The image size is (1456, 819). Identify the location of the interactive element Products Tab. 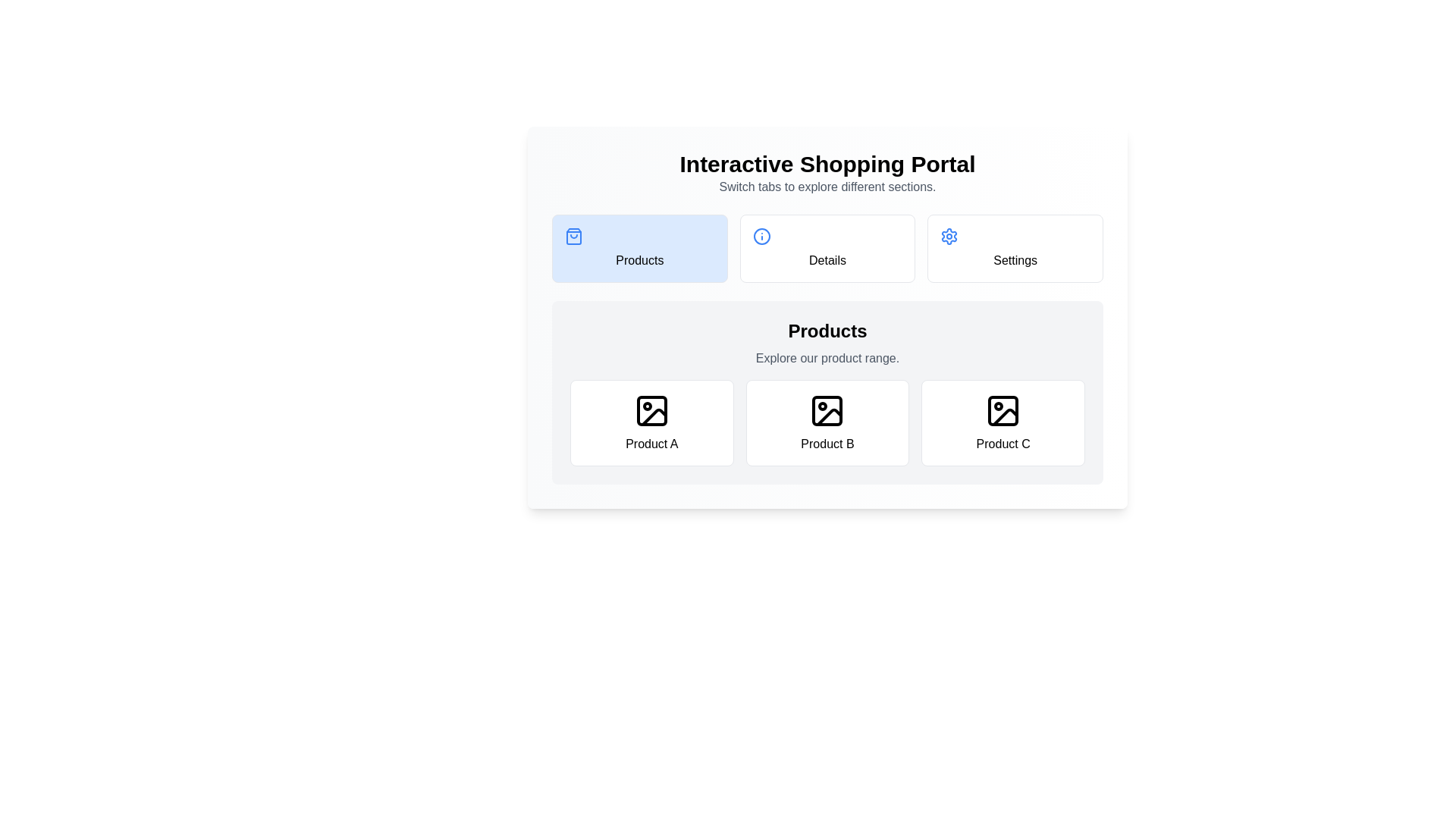
(639, 247).